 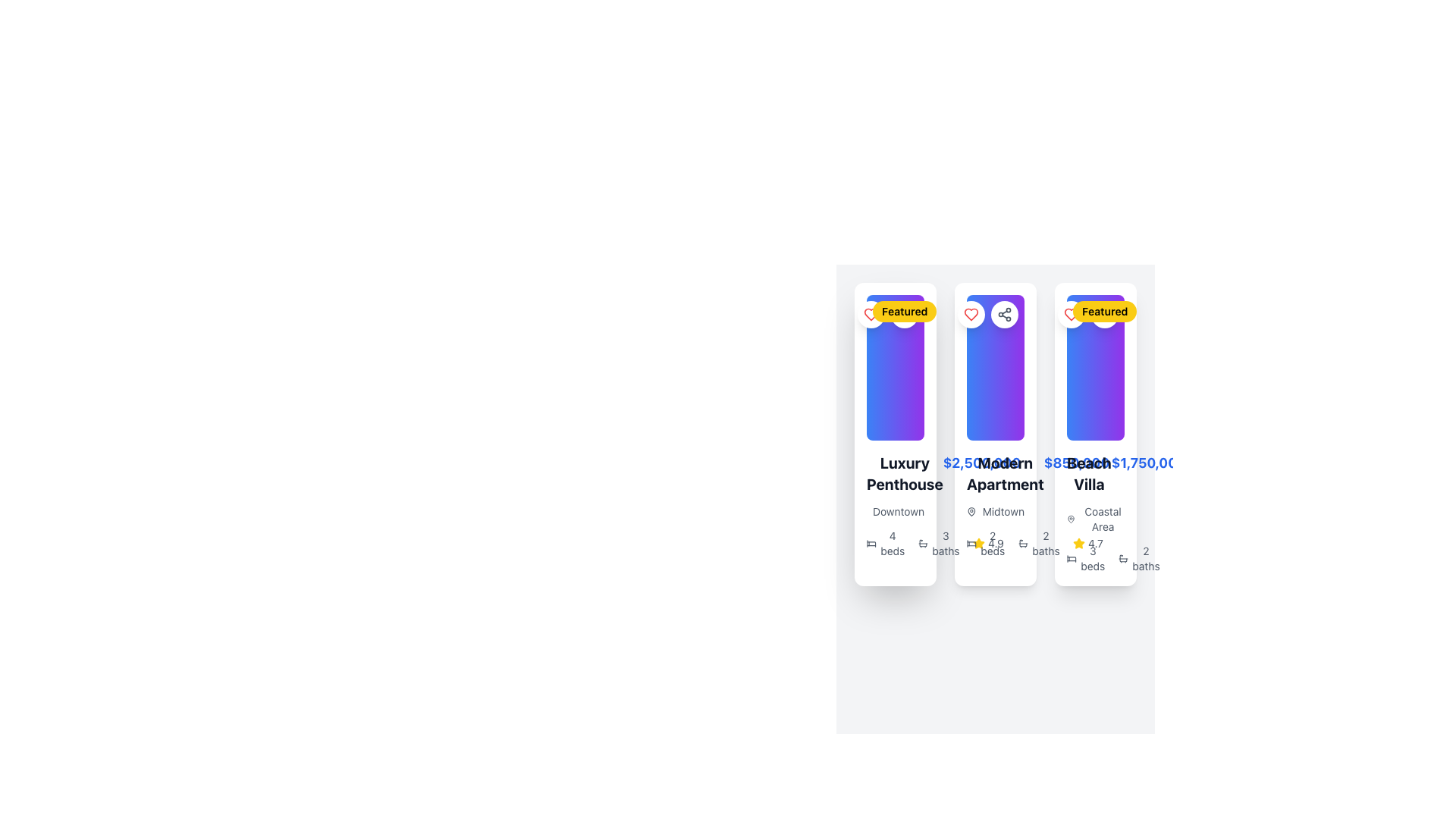 What do you see at coordinates (895, 435) in the screenshot?
I see `the 'Luxury Penthouse' card element, which features a multicolored gradient background and a 'Featured' badge in the top left corner` at bounding box center [895, 435].